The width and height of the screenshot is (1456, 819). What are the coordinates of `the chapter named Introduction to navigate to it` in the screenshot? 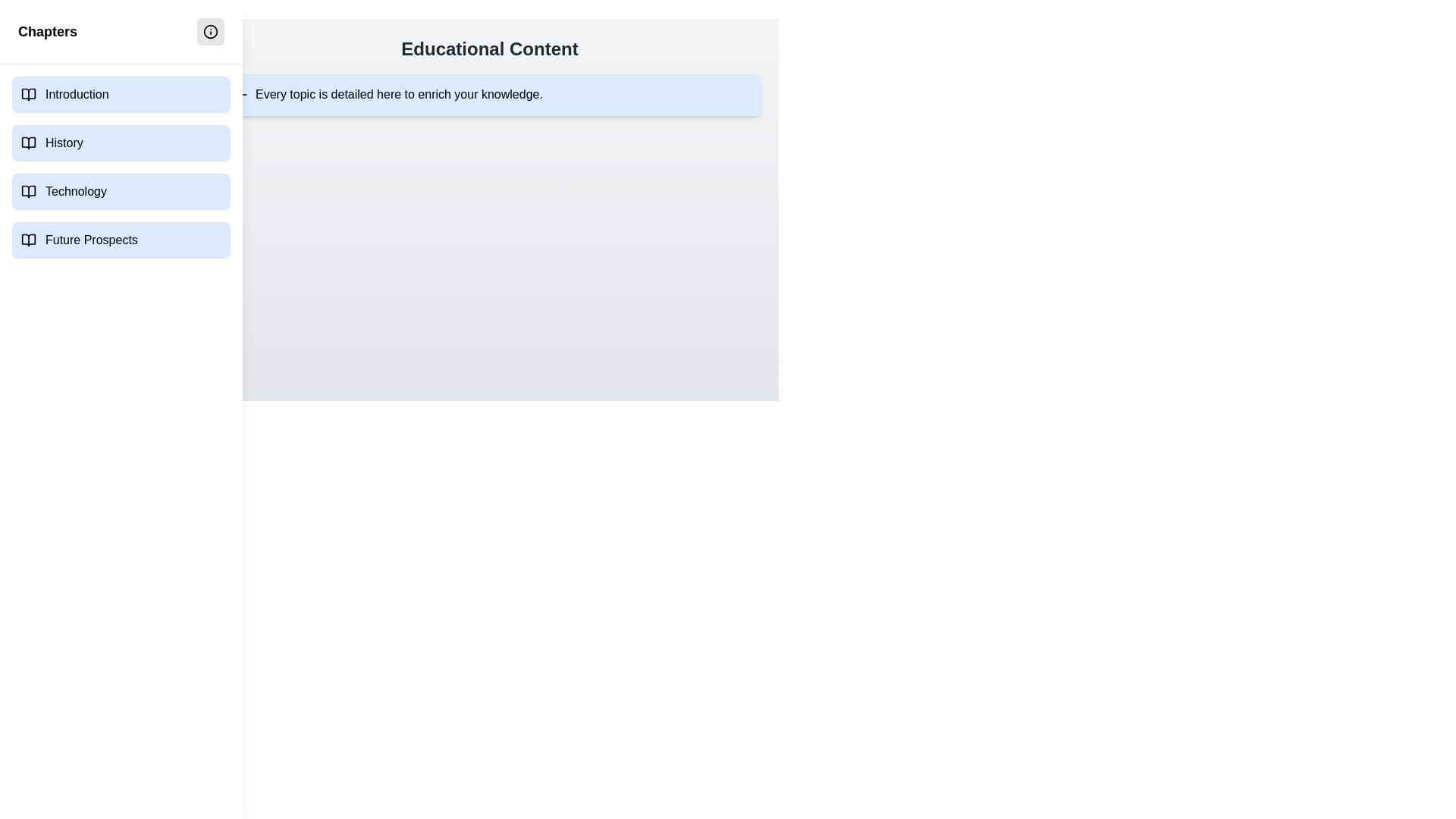 It's located at (120, 94).